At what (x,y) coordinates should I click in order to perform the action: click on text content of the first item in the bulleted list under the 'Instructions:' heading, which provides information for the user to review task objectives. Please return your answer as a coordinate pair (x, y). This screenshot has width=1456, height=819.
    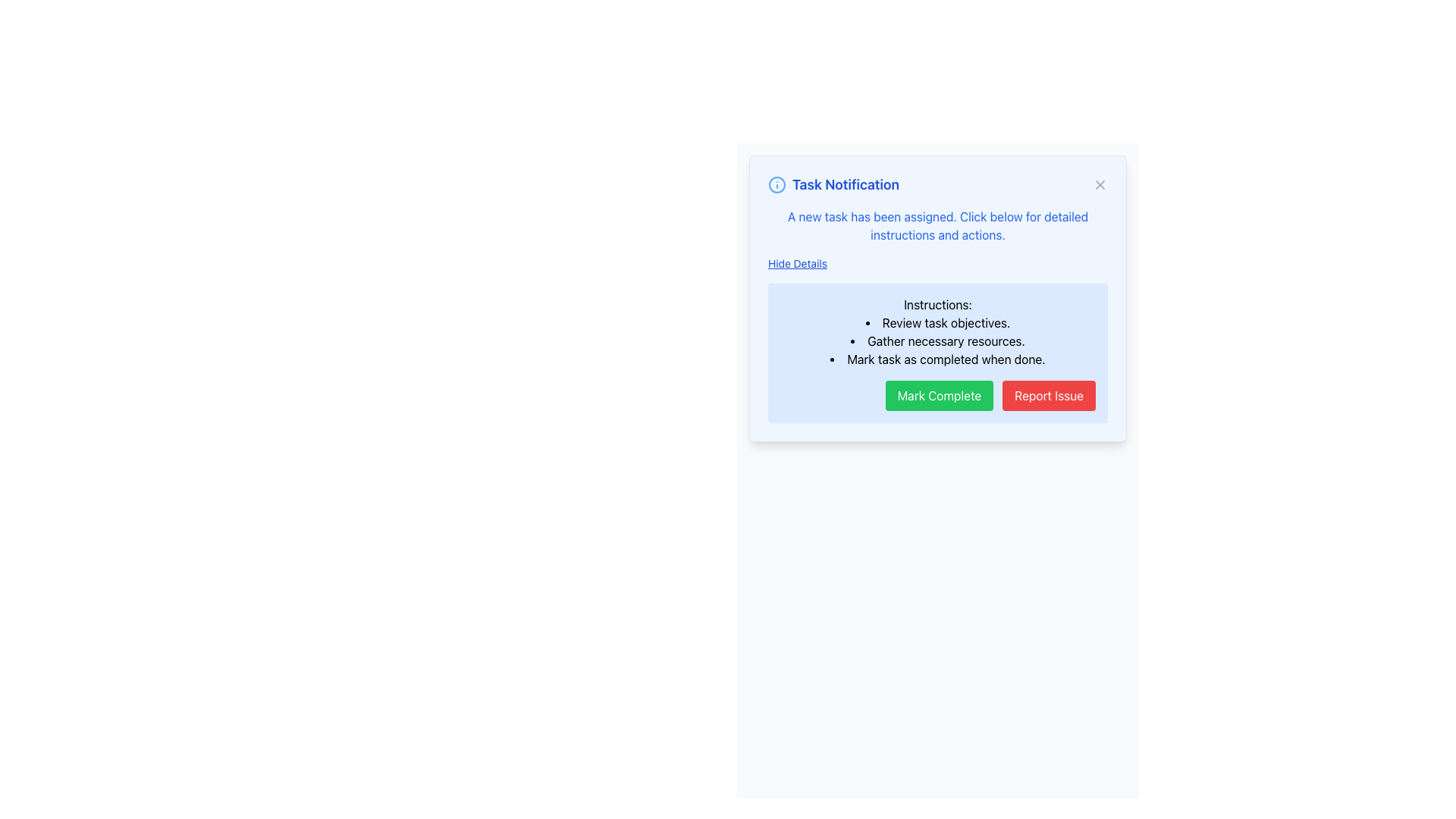
    Looking at the image, I should click on (937, 322).